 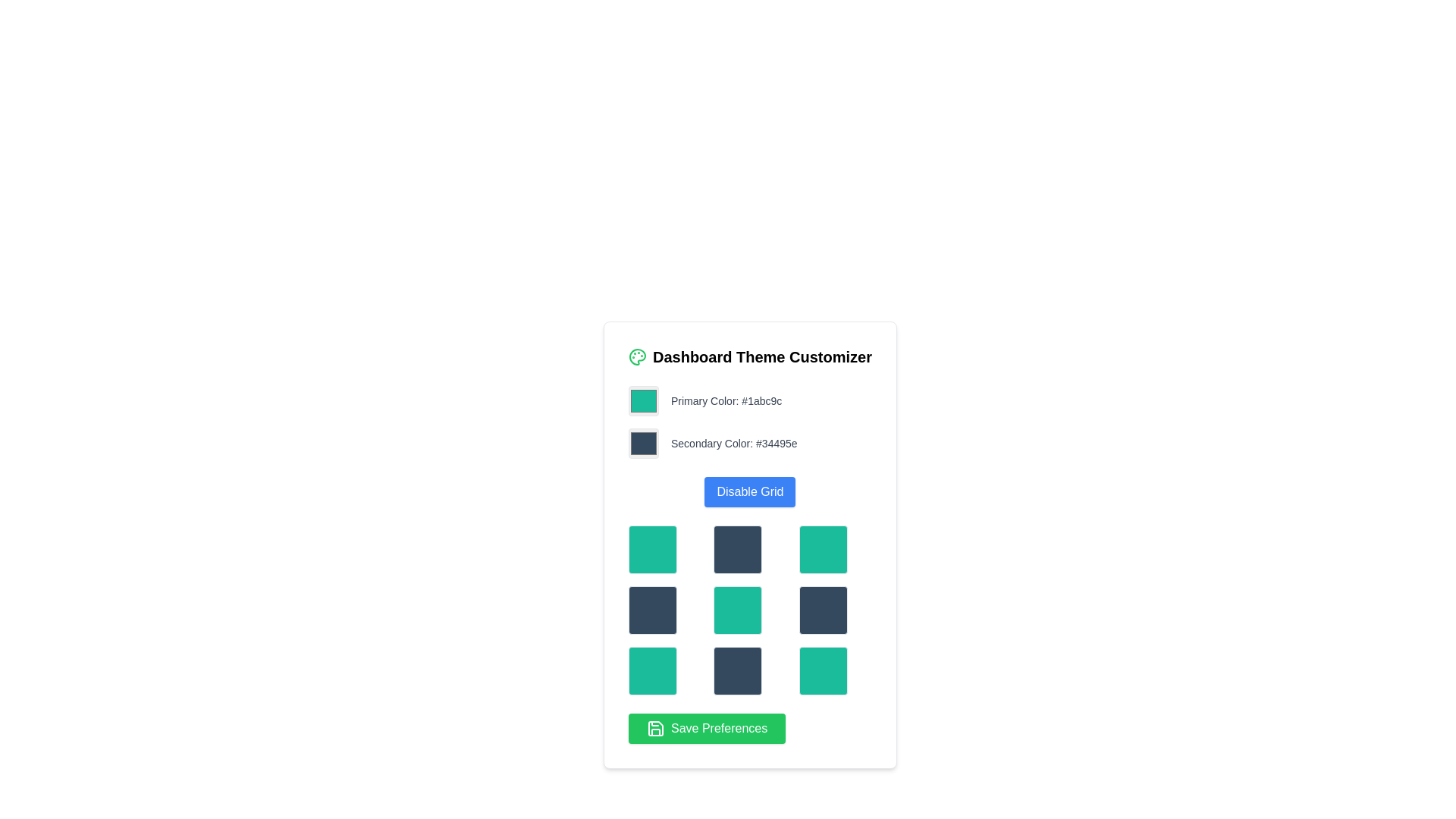 I want to click on the sixth selectable grid cell in the color selection grid, so click(x=822, y=610).